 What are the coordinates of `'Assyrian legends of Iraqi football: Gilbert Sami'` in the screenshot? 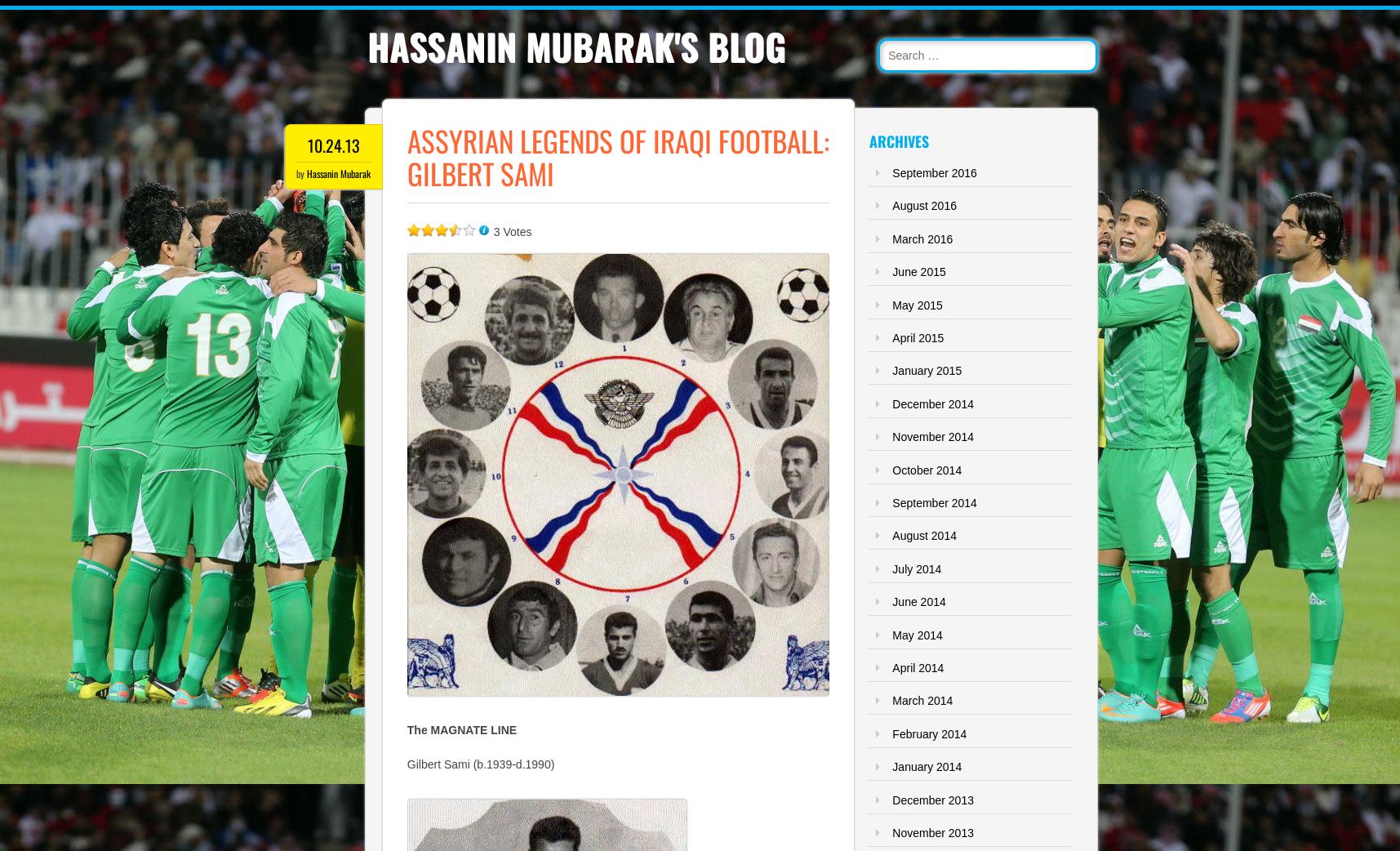 It's located at (616, 156).